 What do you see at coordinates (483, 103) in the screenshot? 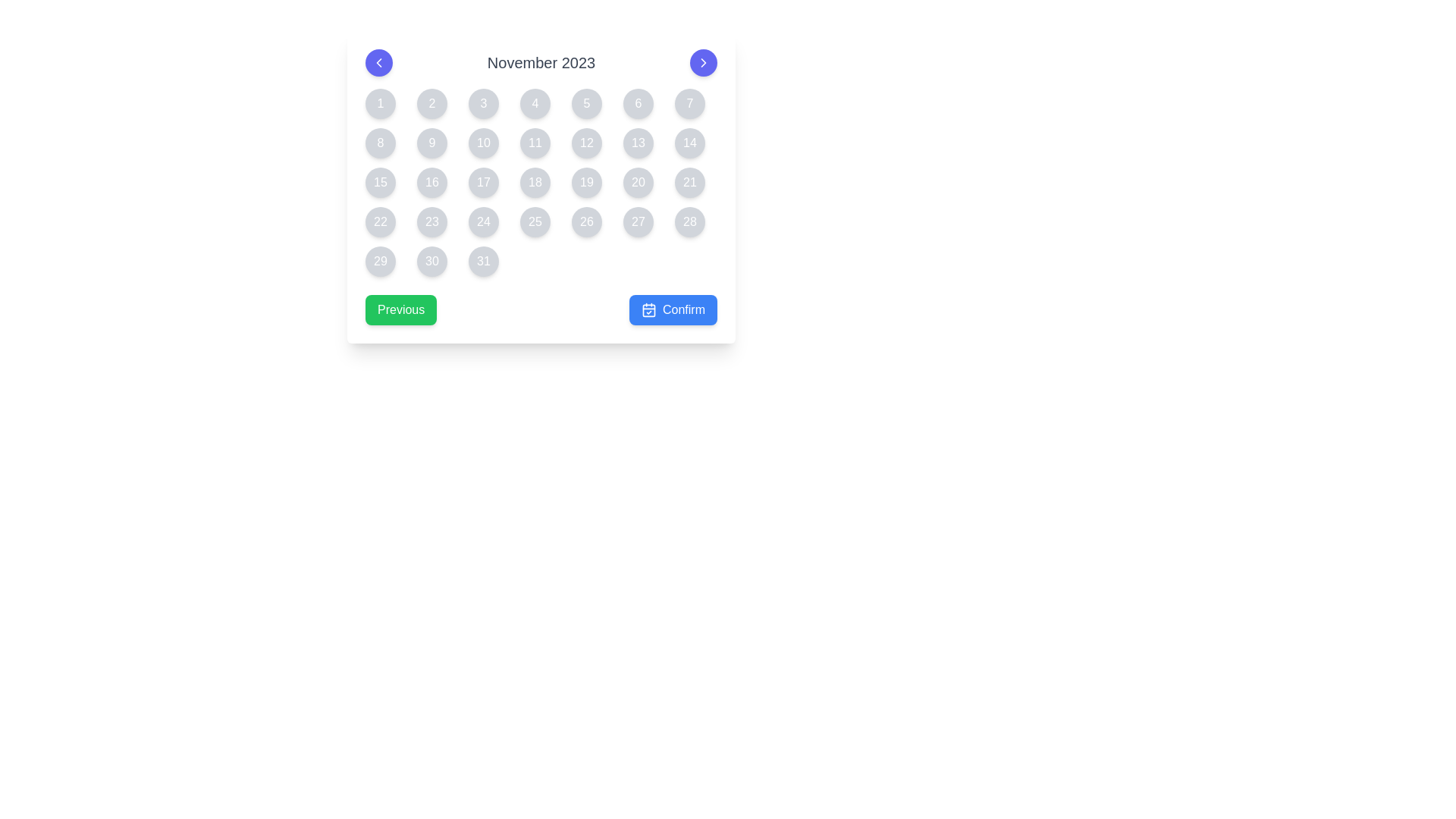
I see `the button representing the third day of November 2023 in the calendar` at bounding box center [483, 103].